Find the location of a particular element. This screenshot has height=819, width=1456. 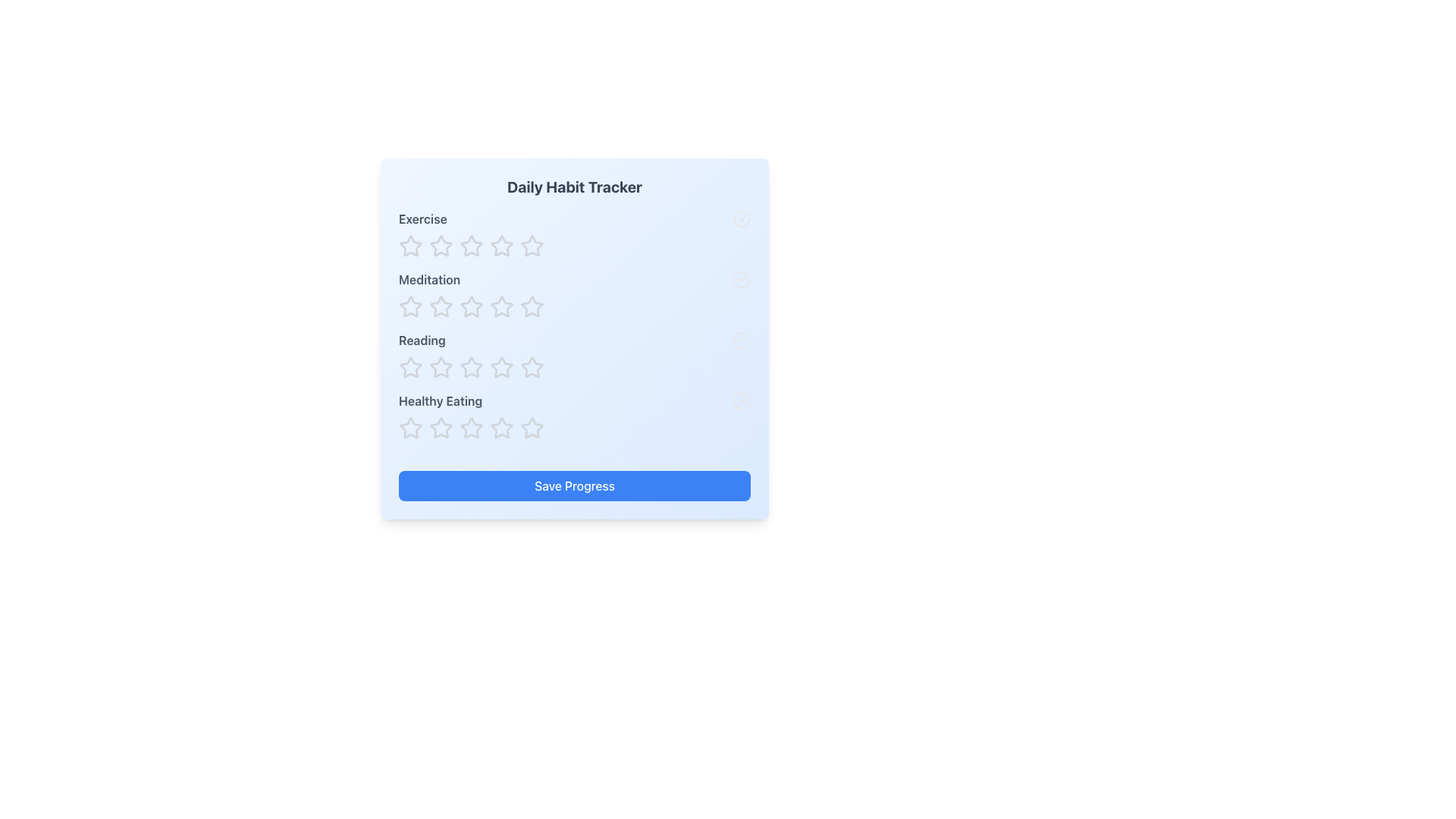

the second star icon in the five-star rating row for the 'Meditation' category is located at coordinates (502, 306).